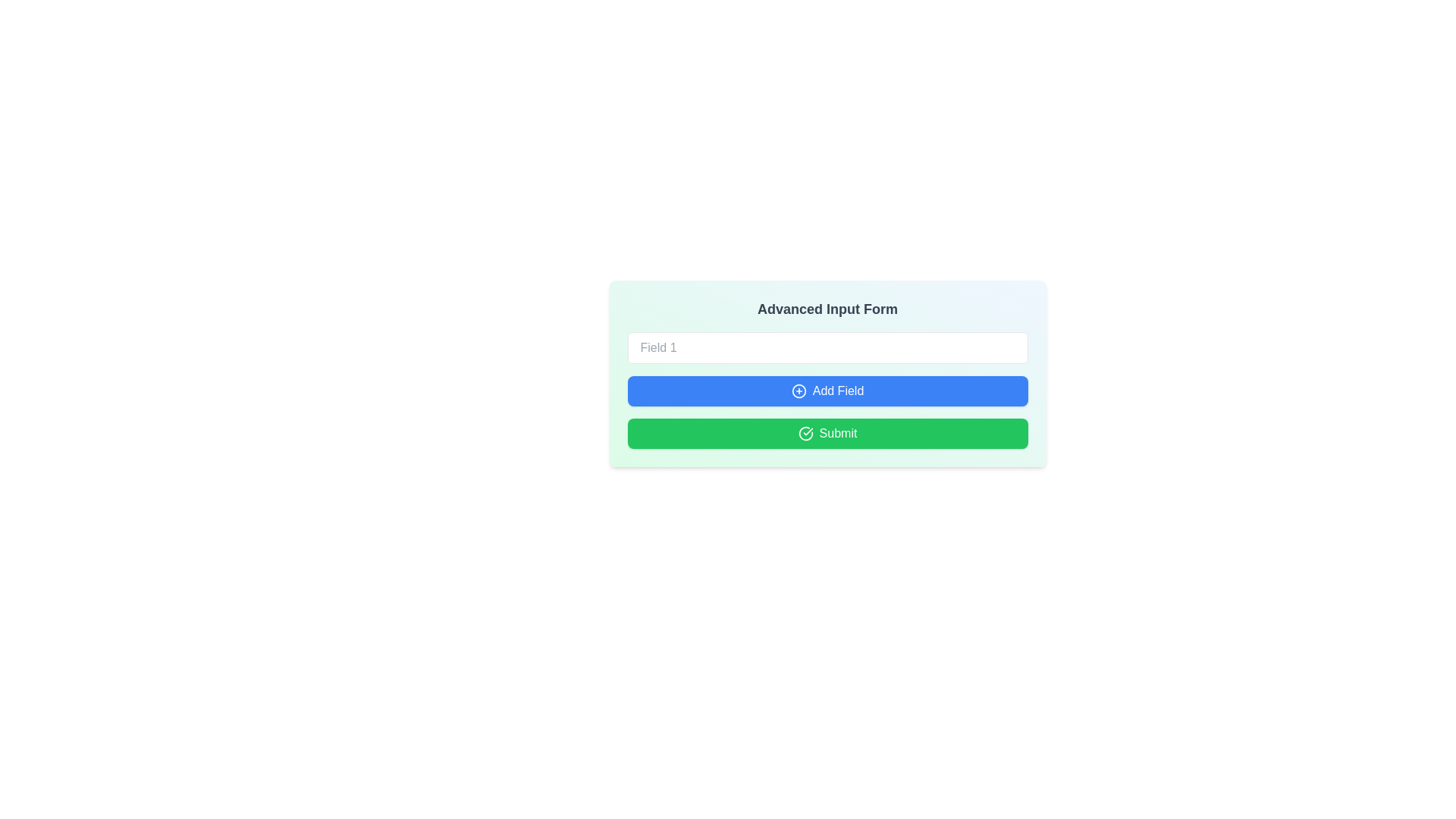  Describe the element at coordinates (798, 391) in the screenshot. I see `the circular icon containing a plus sign, which is located to the left of the 'Add Field' text within the blue rectangular button` at that location.